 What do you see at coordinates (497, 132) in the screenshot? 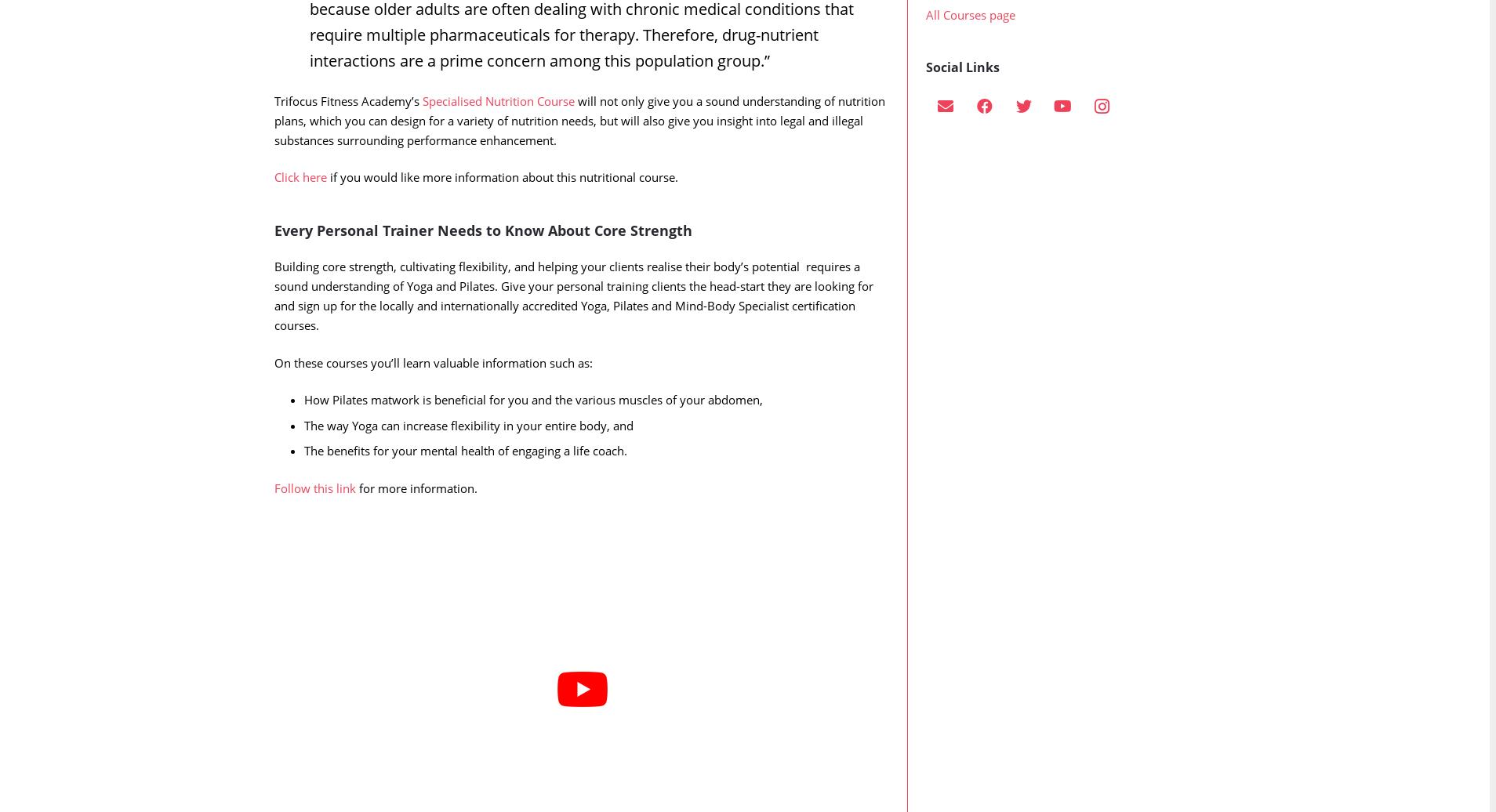
I see `'Specialised Nutrition Course'` at bounding box center [497, 132].